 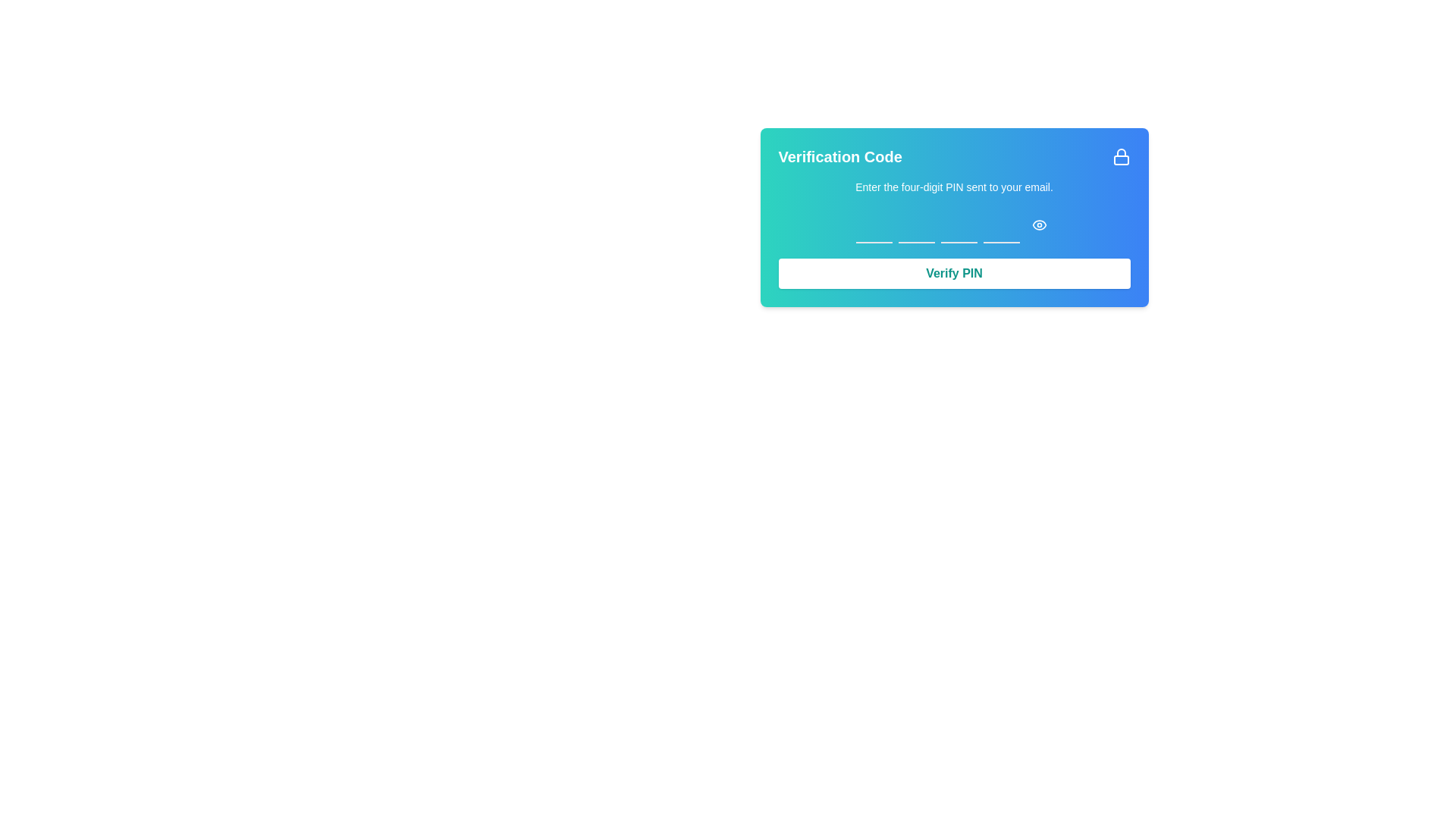 I want to click on the static text label that provides instructions for entering a four-digit PIN, located directly below the title 'Verification Code' and above the input fields for the PIN, so click(x=953, y=186).